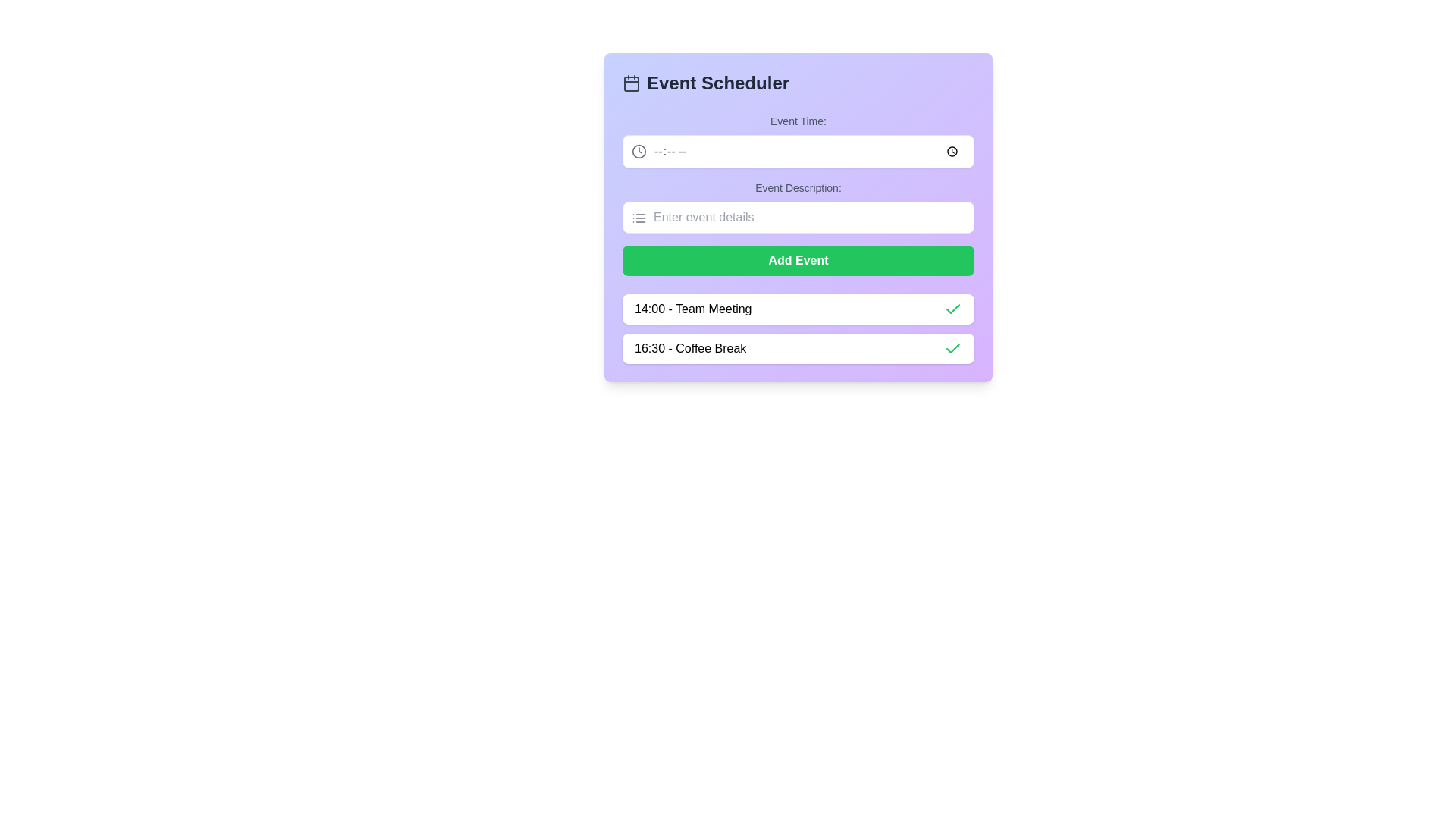 Image resolution: width=1456 pixels, height=819 pixels. Describe the element at coordinates (797, 120) in the screenshot. I see `the Text Label that serves as a label for the event time input field, located near the top central portion of the interface` at that location.